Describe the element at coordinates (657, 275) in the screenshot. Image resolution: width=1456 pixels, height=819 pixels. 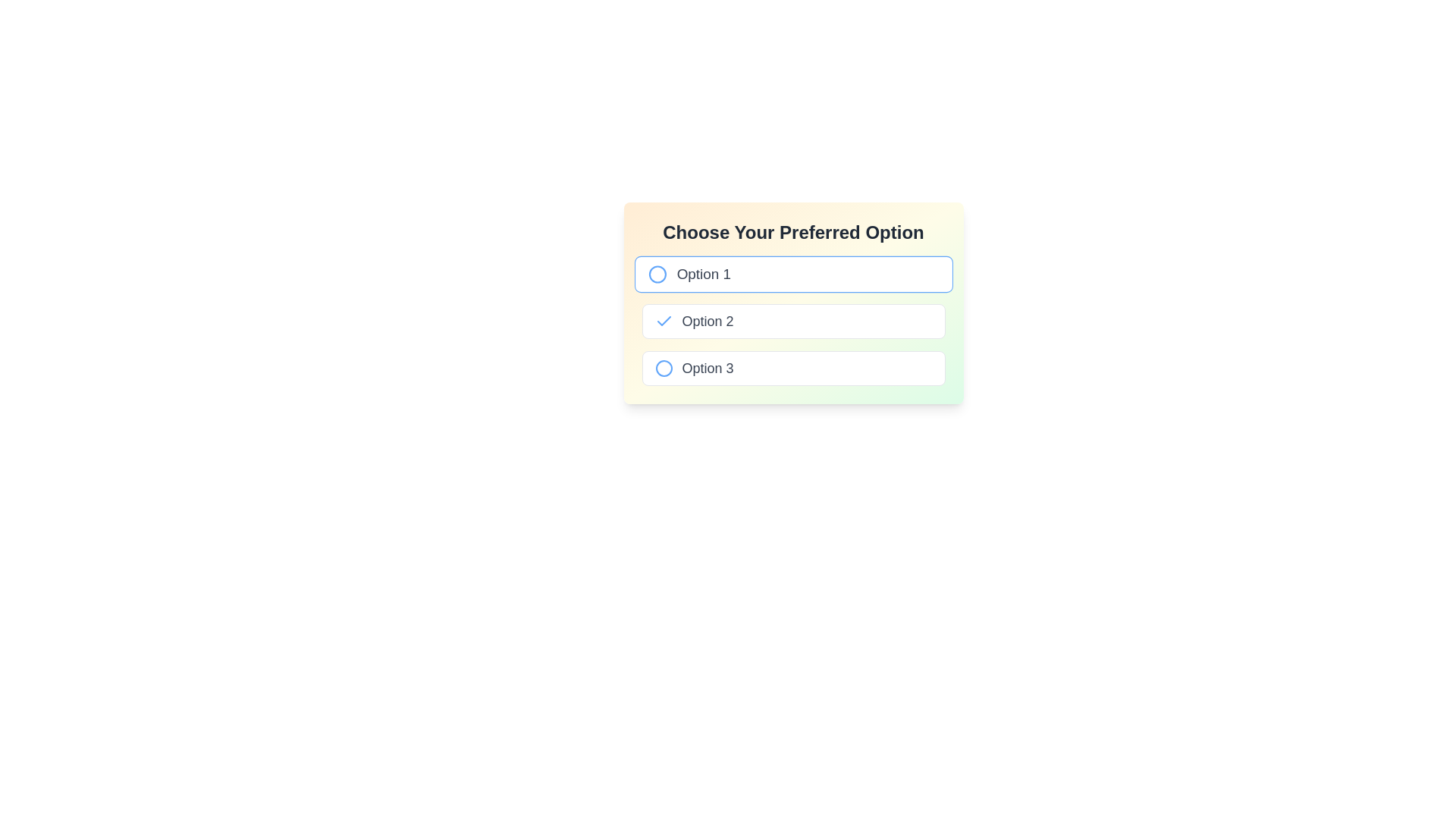
I see `the circle indicator for 'Option 1'` at that location.